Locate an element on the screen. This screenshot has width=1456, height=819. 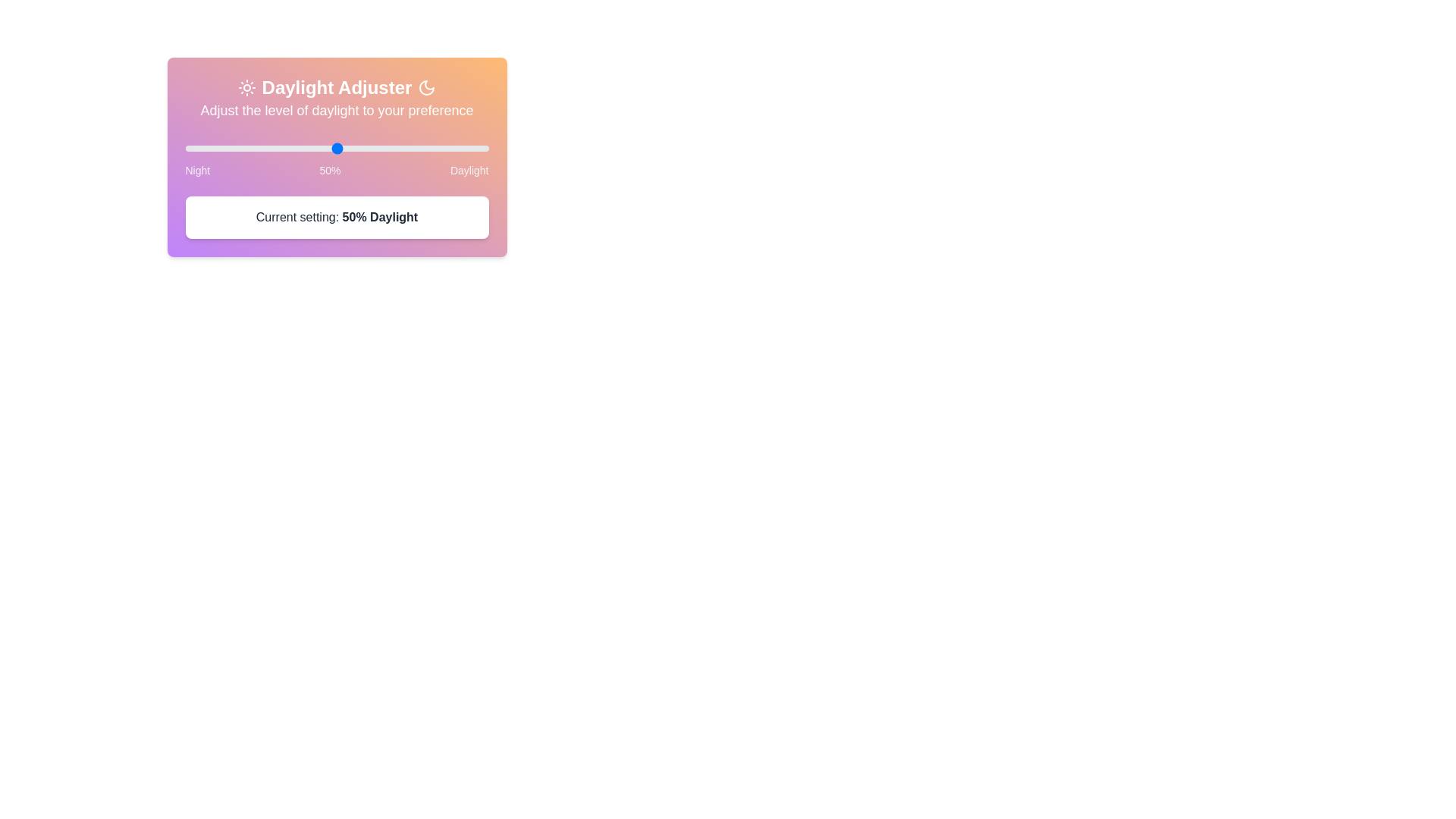
the slider to set the daylight level to 55% is located at coordinates (184, 149).